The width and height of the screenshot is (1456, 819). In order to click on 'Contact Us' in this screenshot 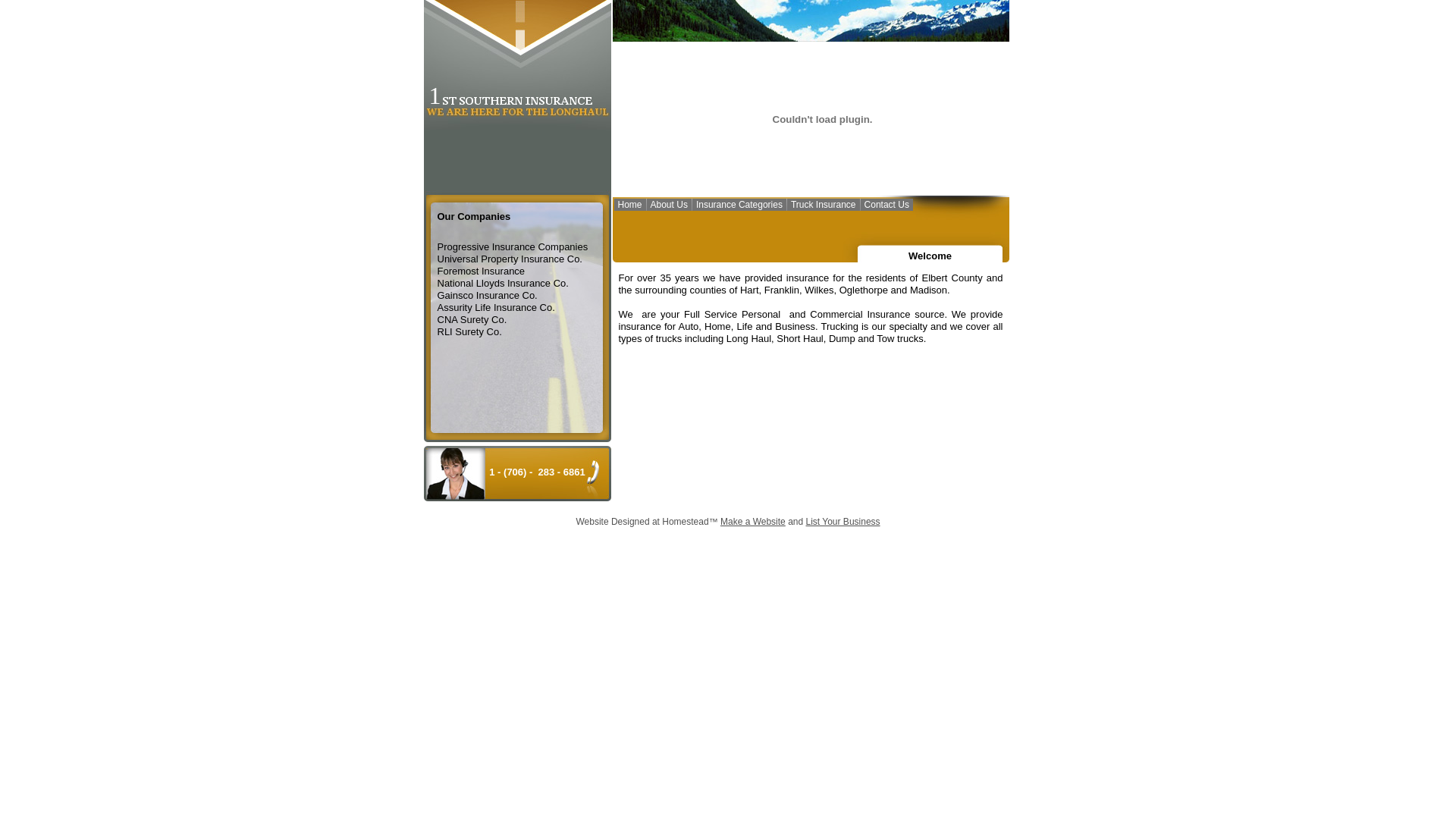, I will do `click(886, 206)`.